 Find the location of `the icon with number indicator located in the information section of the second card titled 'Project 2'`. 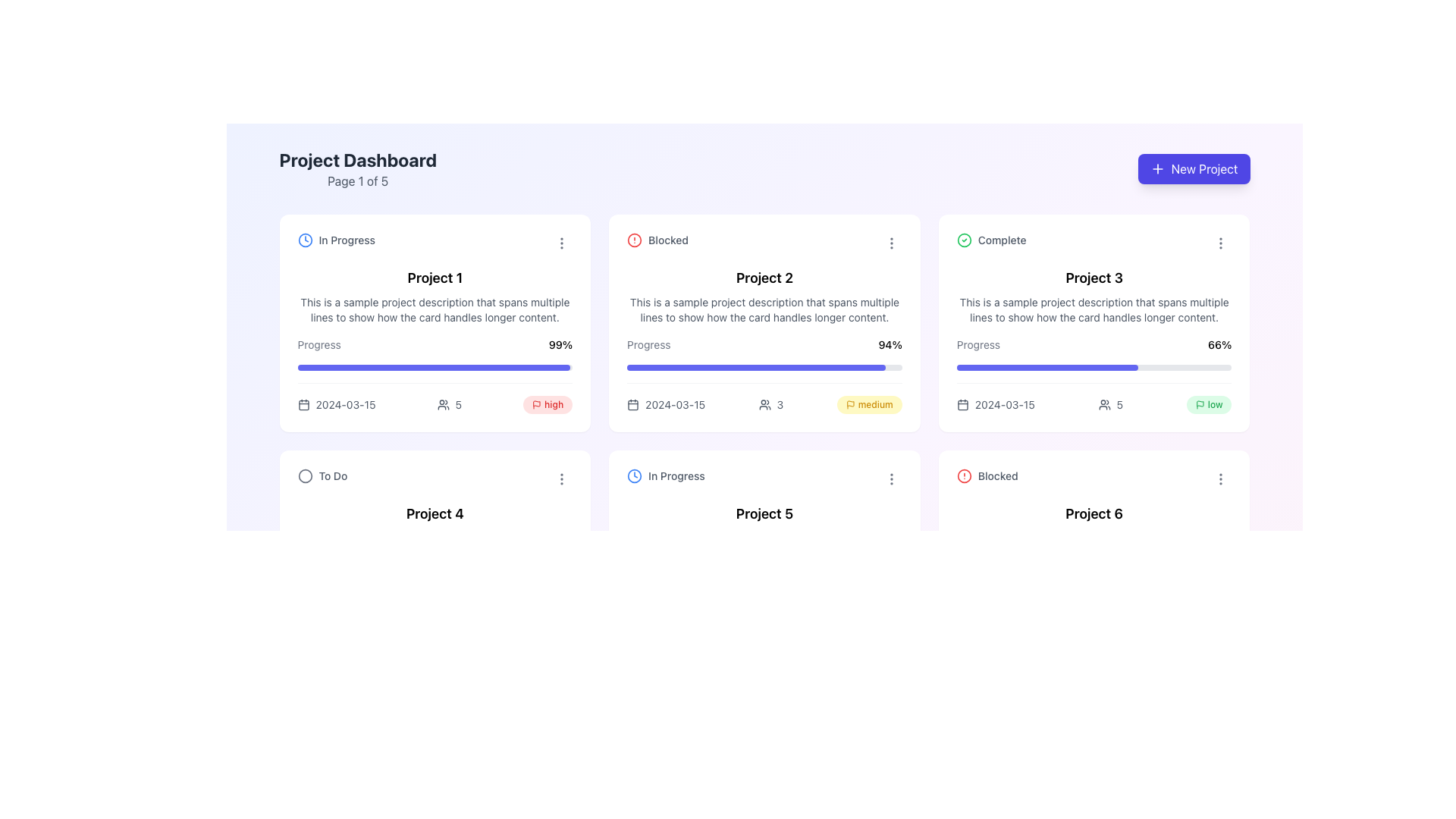

the icon with number indicator located in the information section of the second card titled 'Project 2' is located at coordinates (764, 397).